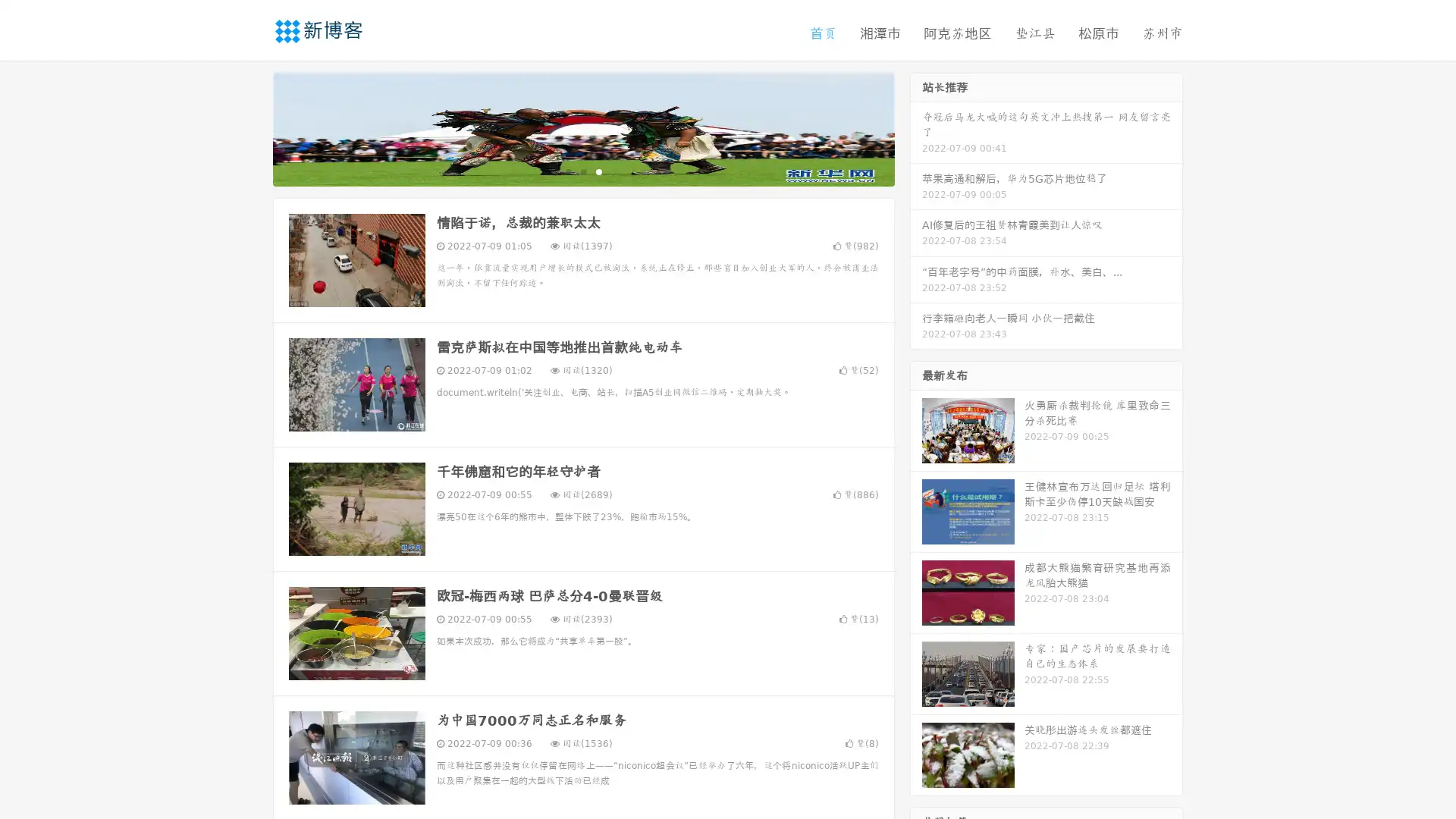  I want to click on Go to slide 2, so click(582, 171).